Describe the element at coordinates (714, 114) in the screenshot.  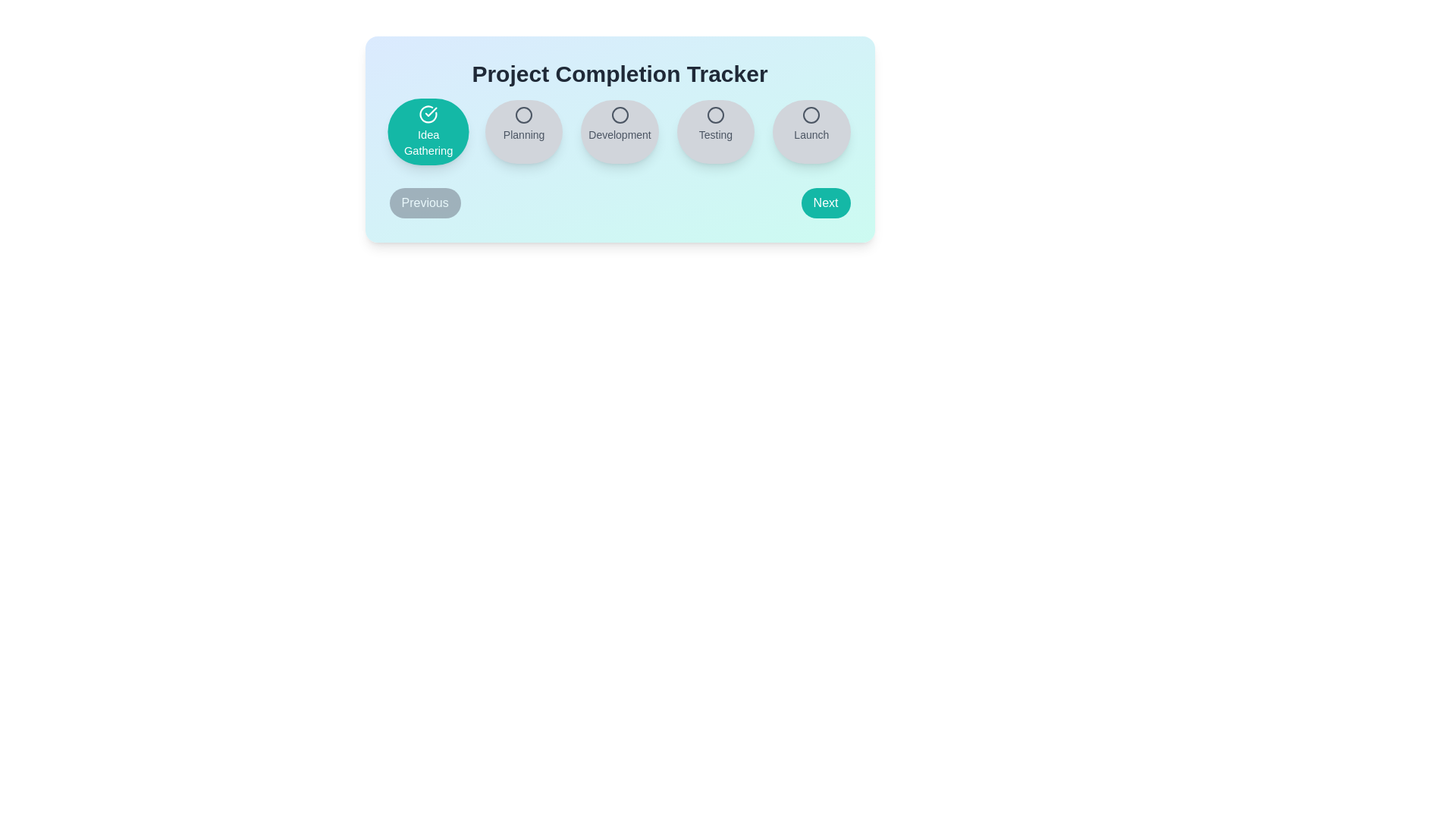
I see `the 'Testing' phase icon in the Project Completion Tracker, which is the fourth circular icon in the sequence` at that location.